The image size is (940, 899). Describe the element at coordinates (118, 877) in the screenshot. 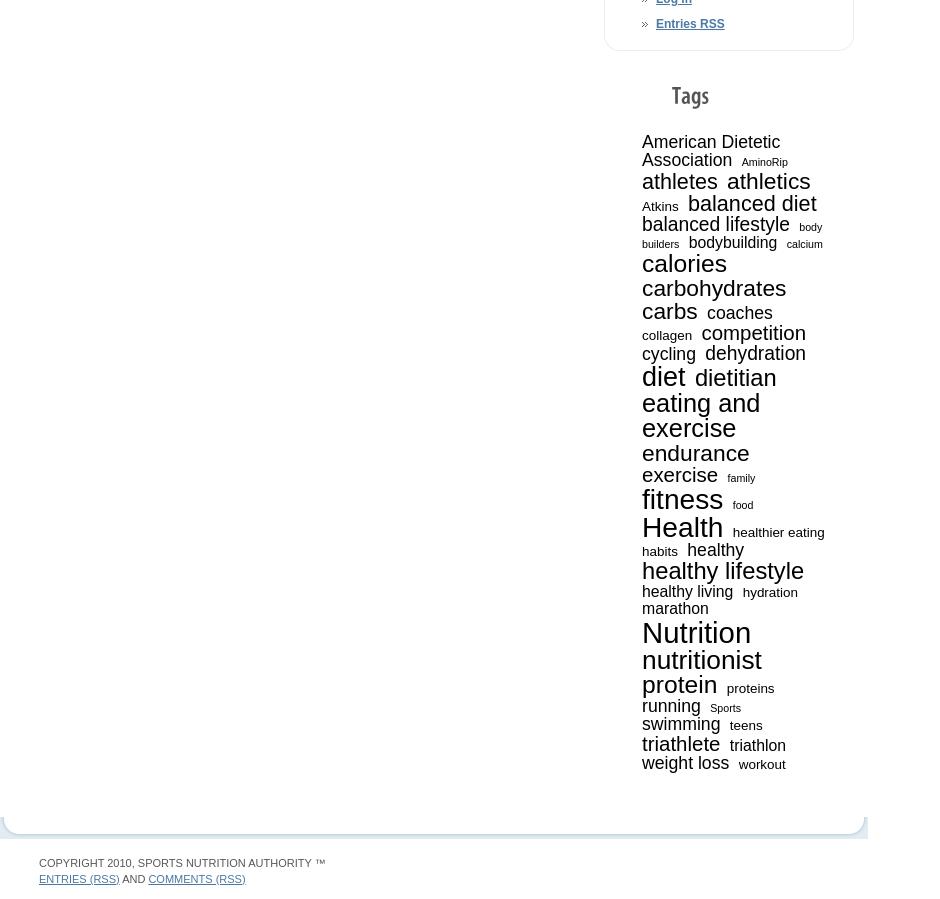

I see `'and'` at that location.